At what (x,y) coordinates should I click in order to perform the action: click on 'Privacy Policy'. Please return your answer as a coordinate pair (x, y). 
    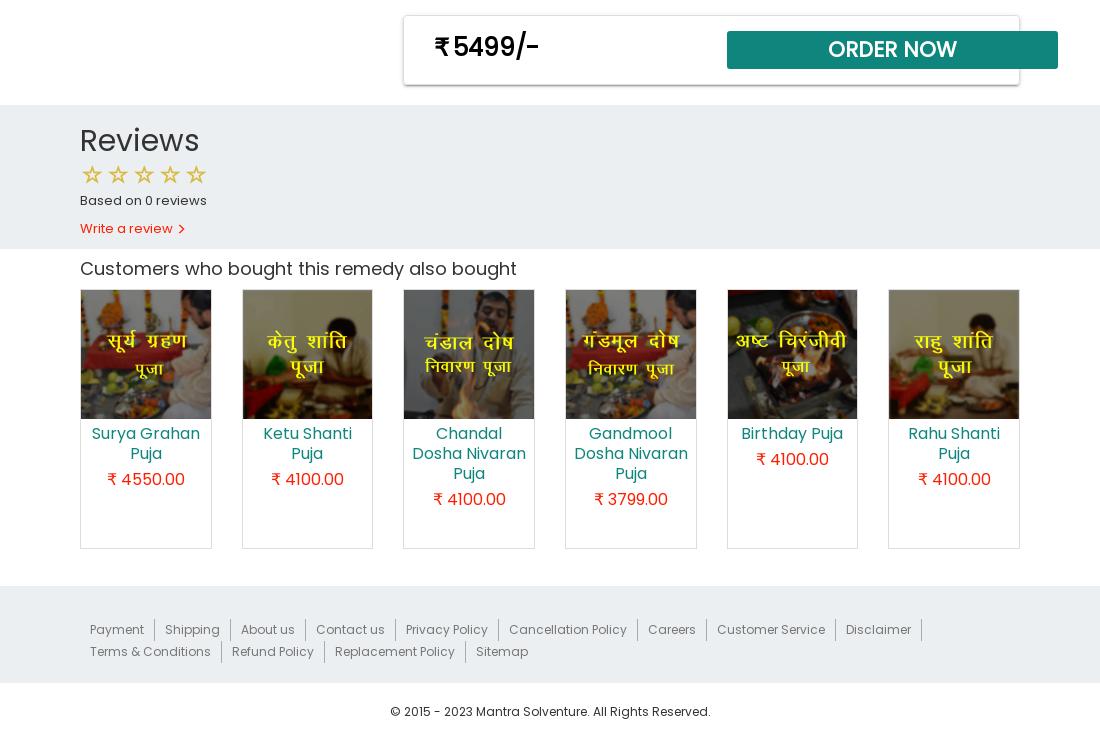
    Looking at the image, I should click on (446, 628).